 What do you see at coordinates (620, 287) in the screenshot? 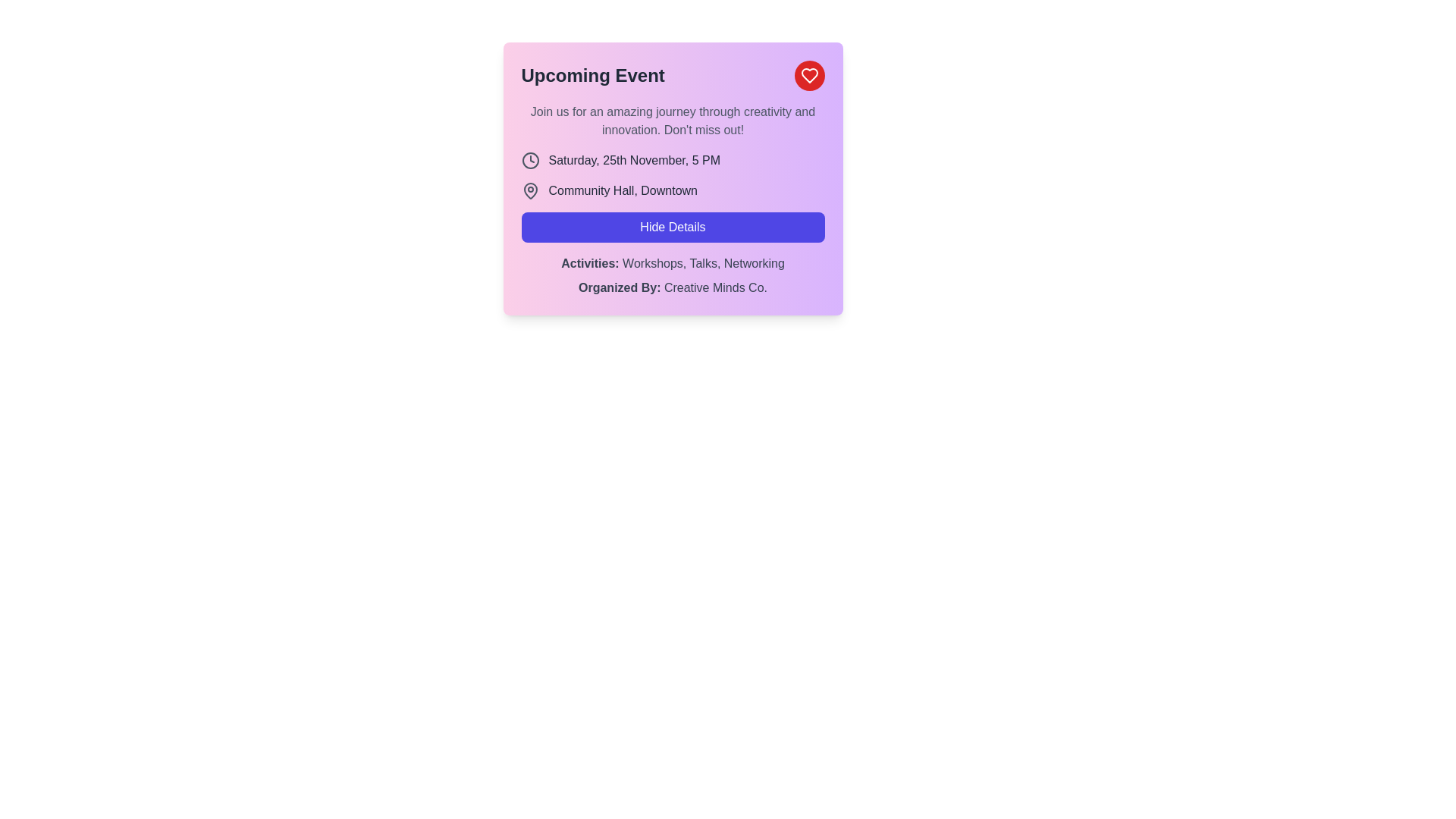
I see `the text label indicating the organizer of the event, which is positioned under the 'Hide Details' button and precedes 'Creative Minds Co.'` at bounding box center [620, 287].